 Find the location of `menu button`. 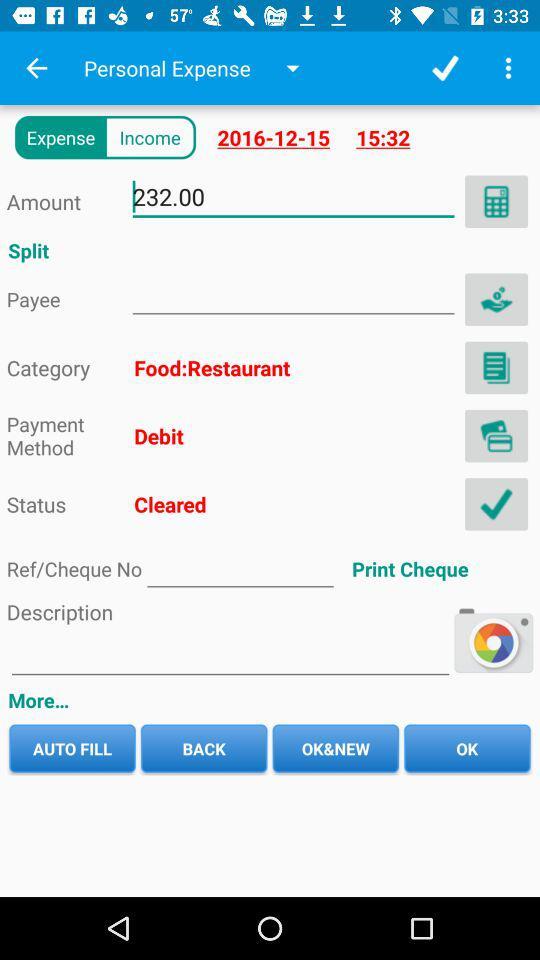

menu button is located at coordinates (508, 68).